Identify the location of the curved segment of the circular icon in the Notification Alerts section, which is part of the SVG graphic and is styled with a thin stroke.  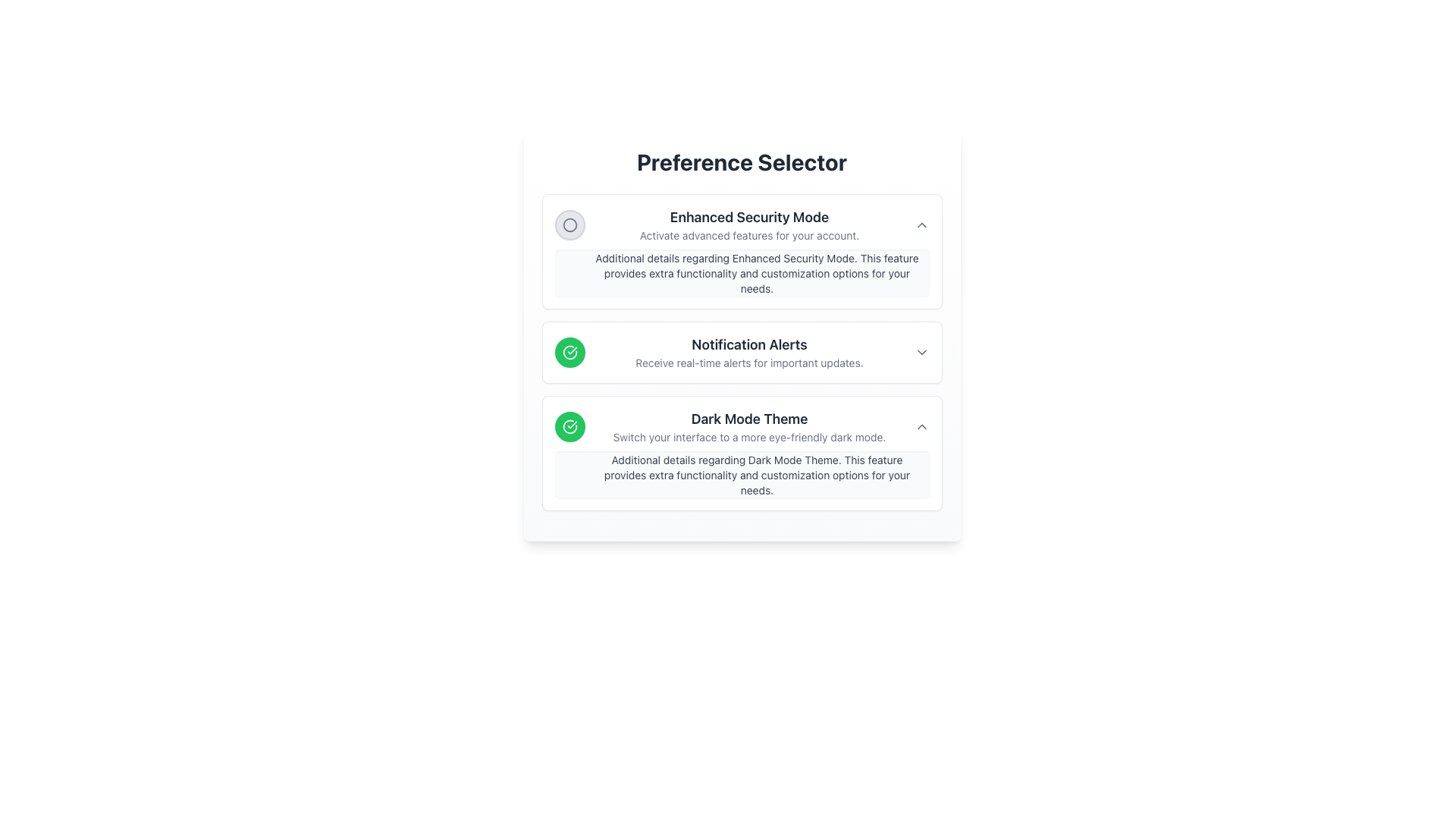
(569, 427).